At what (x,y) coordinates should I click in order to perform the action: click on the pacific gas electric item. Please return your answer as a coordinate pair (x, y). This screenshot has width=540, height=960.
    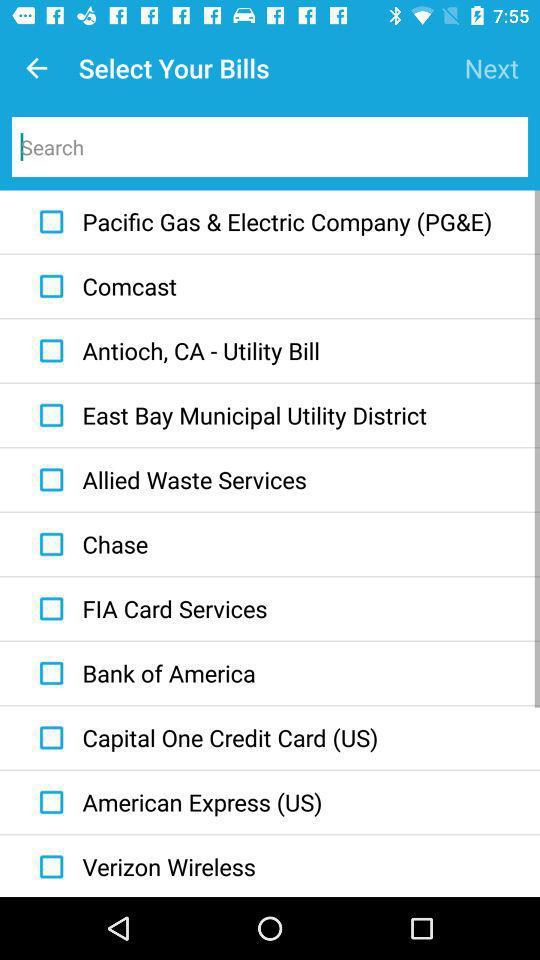
    Looking at the image, I should click on (261, 222).